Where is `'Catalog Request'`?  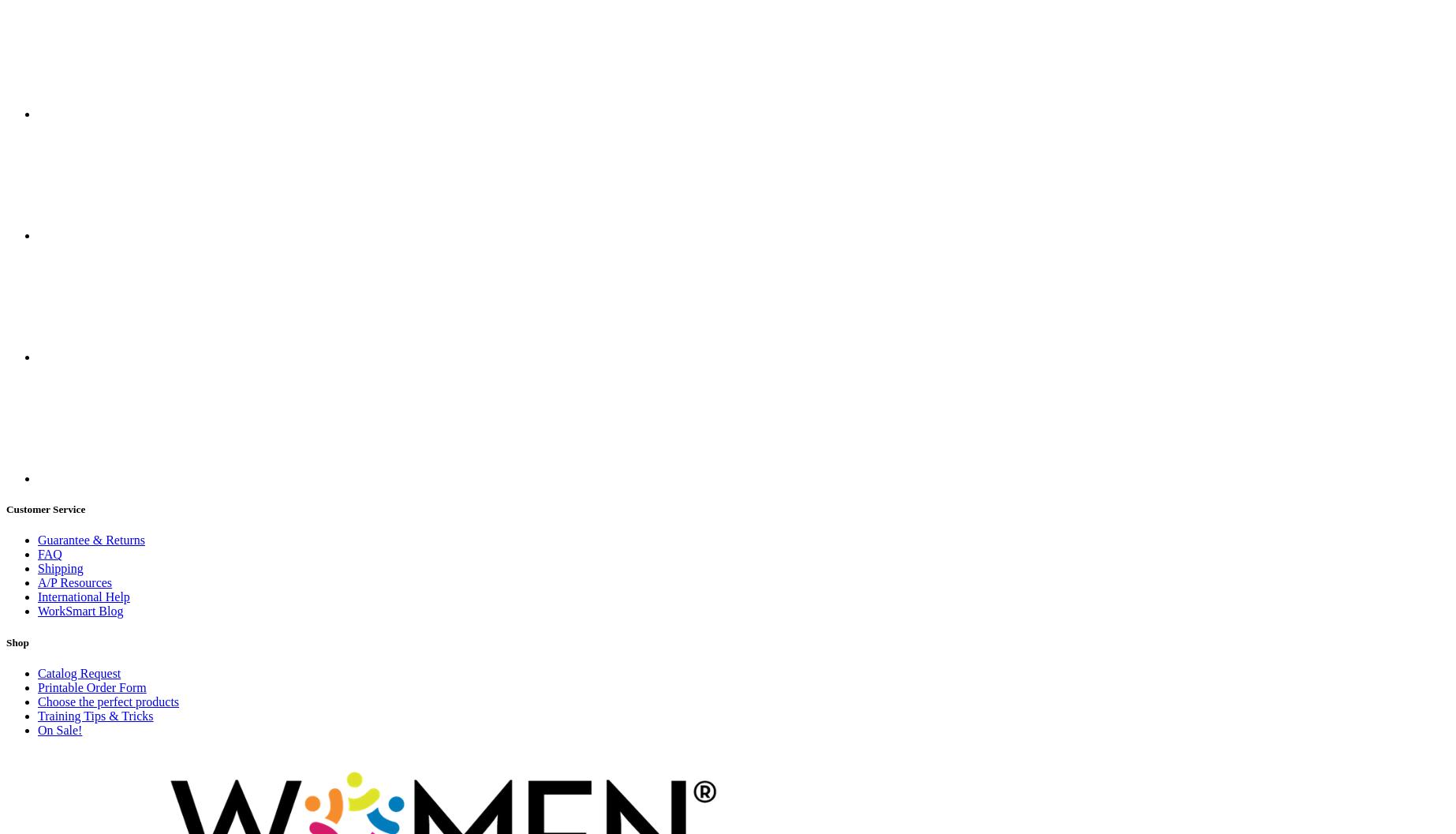
'Catalog Request' is located at coordinates (79, 671).